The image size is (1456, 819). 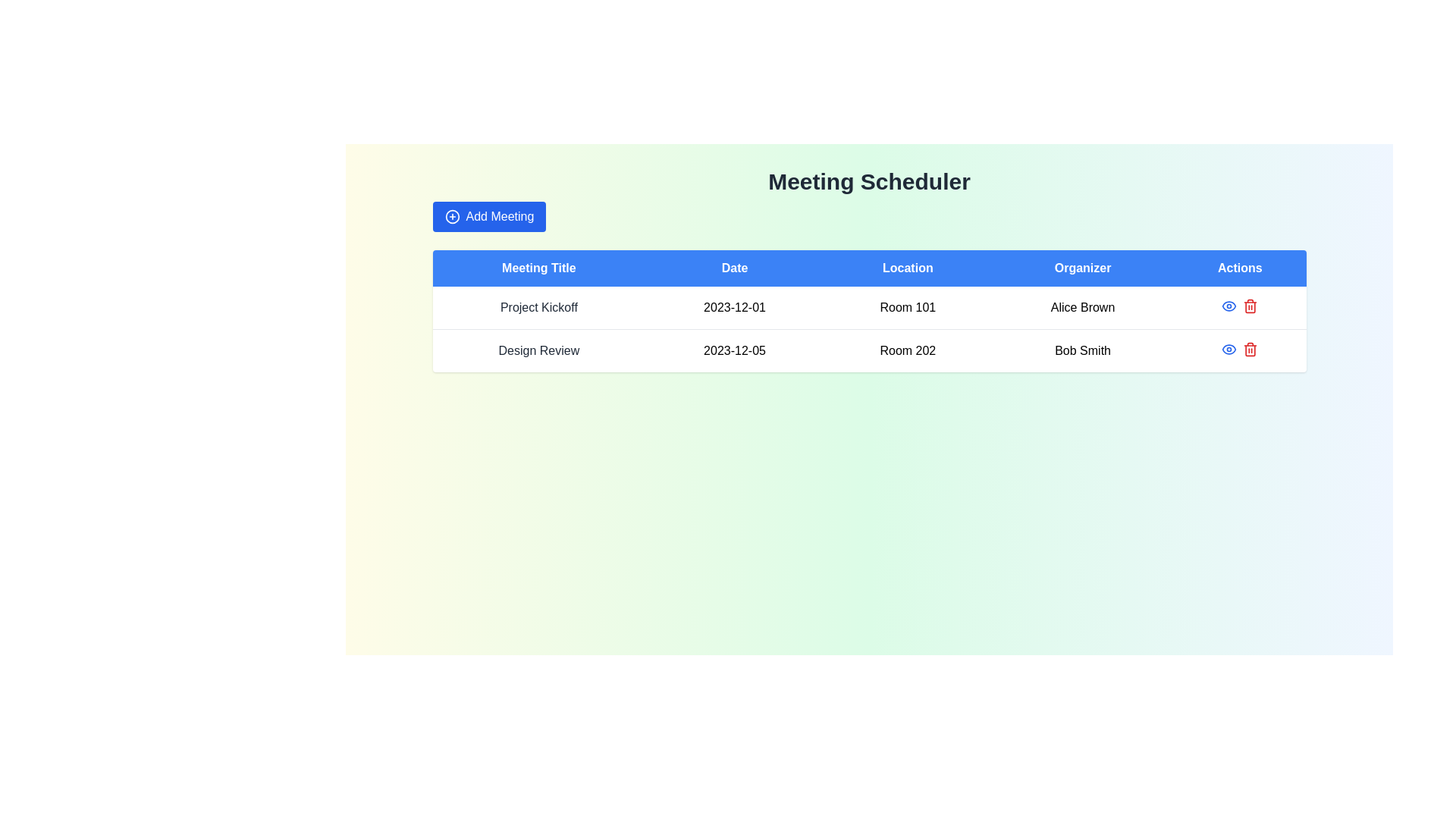 I want to click on the second header cell in the table, which indicates date-related information, positioned between 'Meeting Title' and 'Location', so click(x=735, y=268).